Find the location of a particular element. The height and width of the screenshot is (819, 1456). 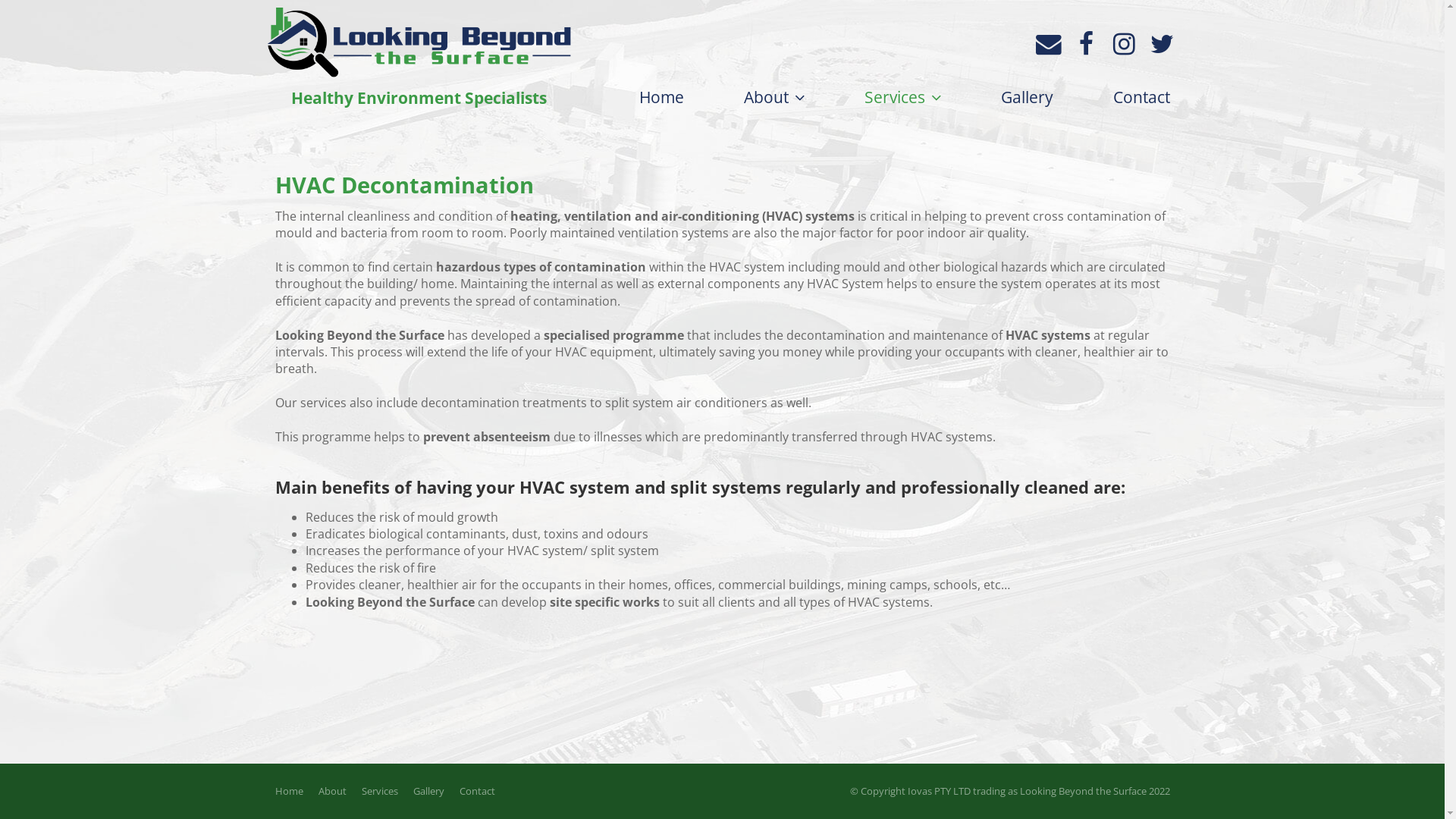

'Services' is located at coordinates (902, 97).